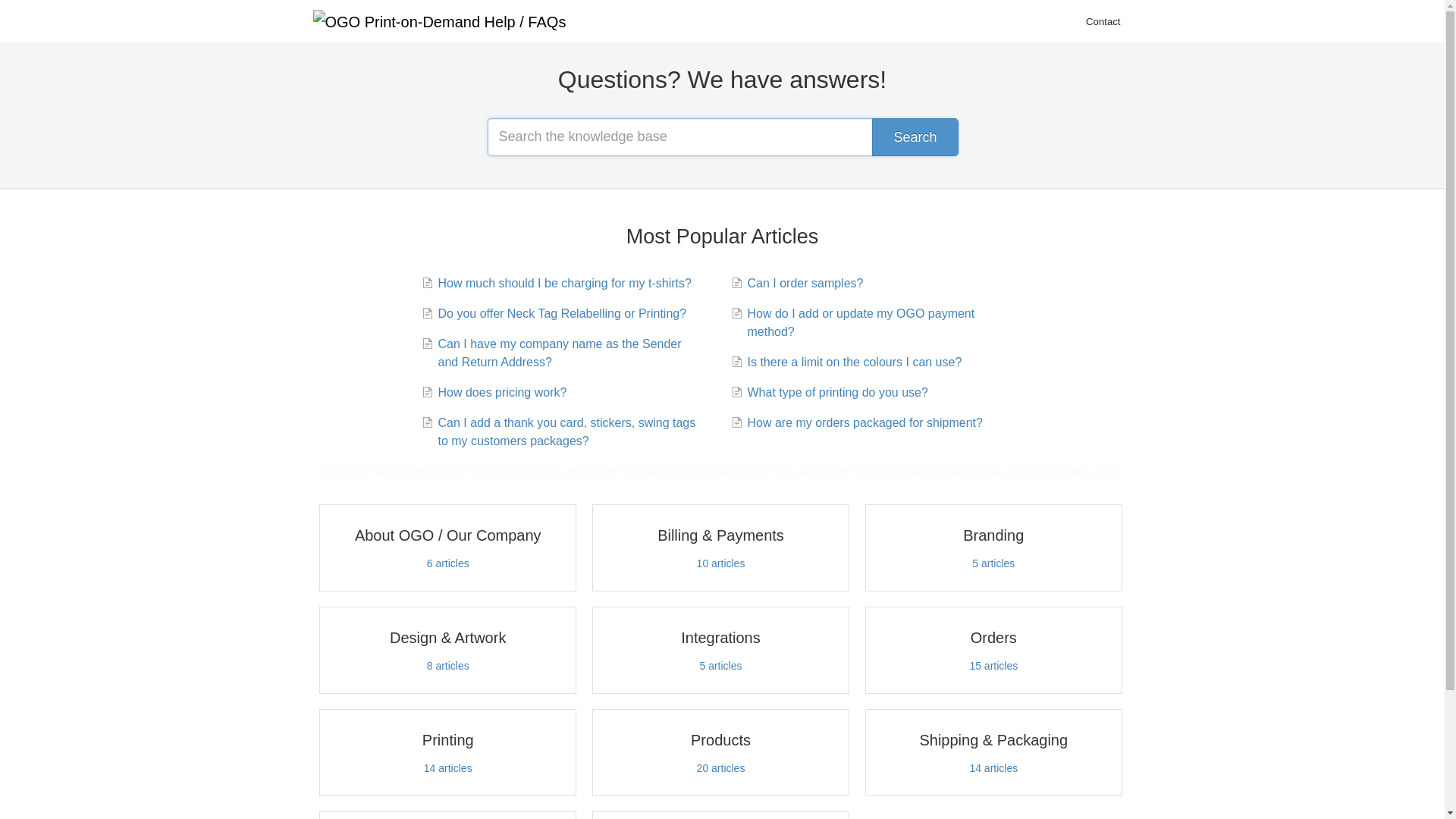 Image resolution: width=1456 pixels, height=819 pixels. I want to click on 'Shipping & Packaging, so click(865, 752).